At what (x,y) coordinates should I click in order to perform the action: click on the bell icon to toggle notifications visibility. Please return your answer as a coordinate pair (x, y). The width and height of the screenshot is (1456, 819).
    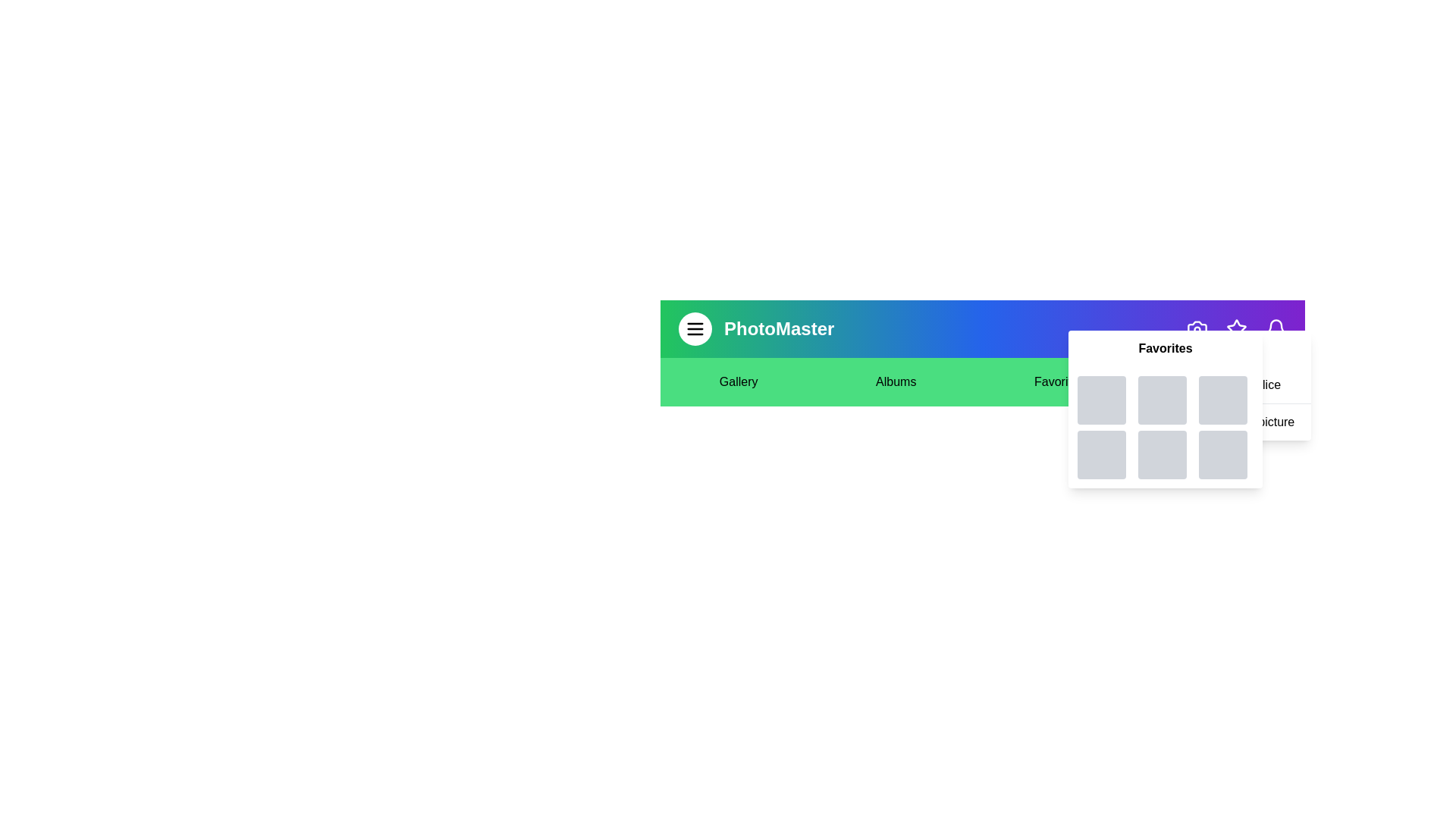
    Looking at the image, I should click on (1276, 328).